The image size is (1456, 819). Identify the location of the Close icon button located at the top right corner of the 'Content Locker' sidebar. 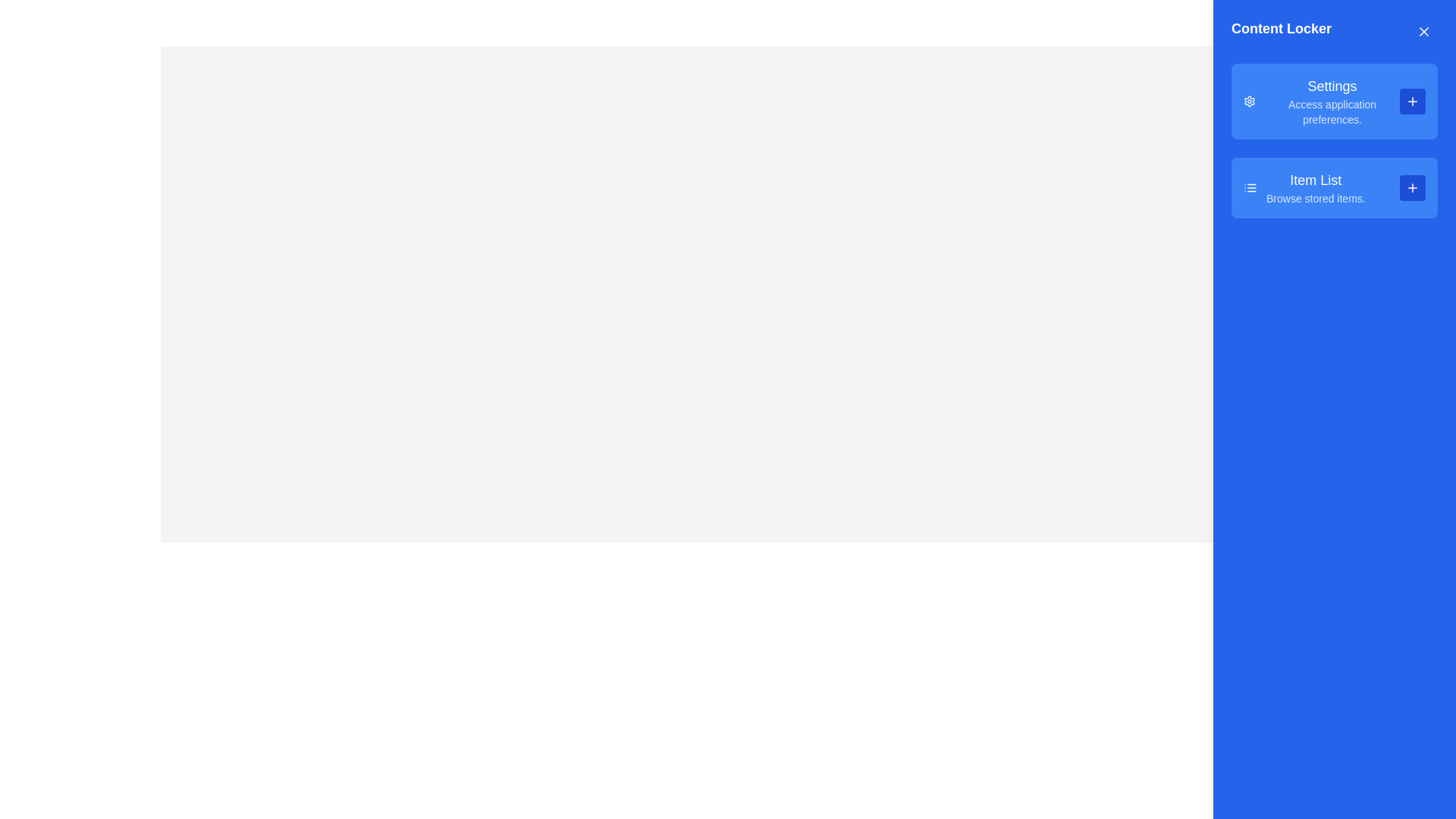
(1423, 32).